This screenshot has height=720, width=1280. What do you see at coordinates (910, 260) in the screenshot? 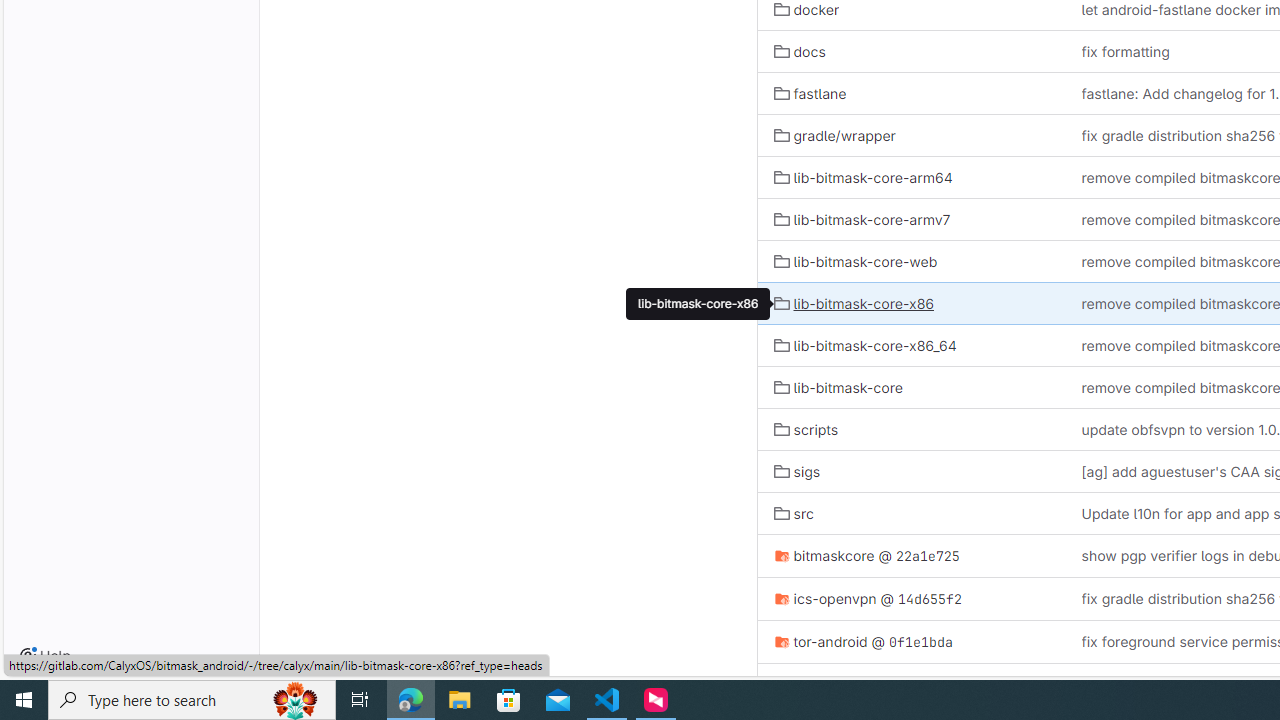
I see `'lib-bitmask-core-web'` at bounding box center [910, 260].